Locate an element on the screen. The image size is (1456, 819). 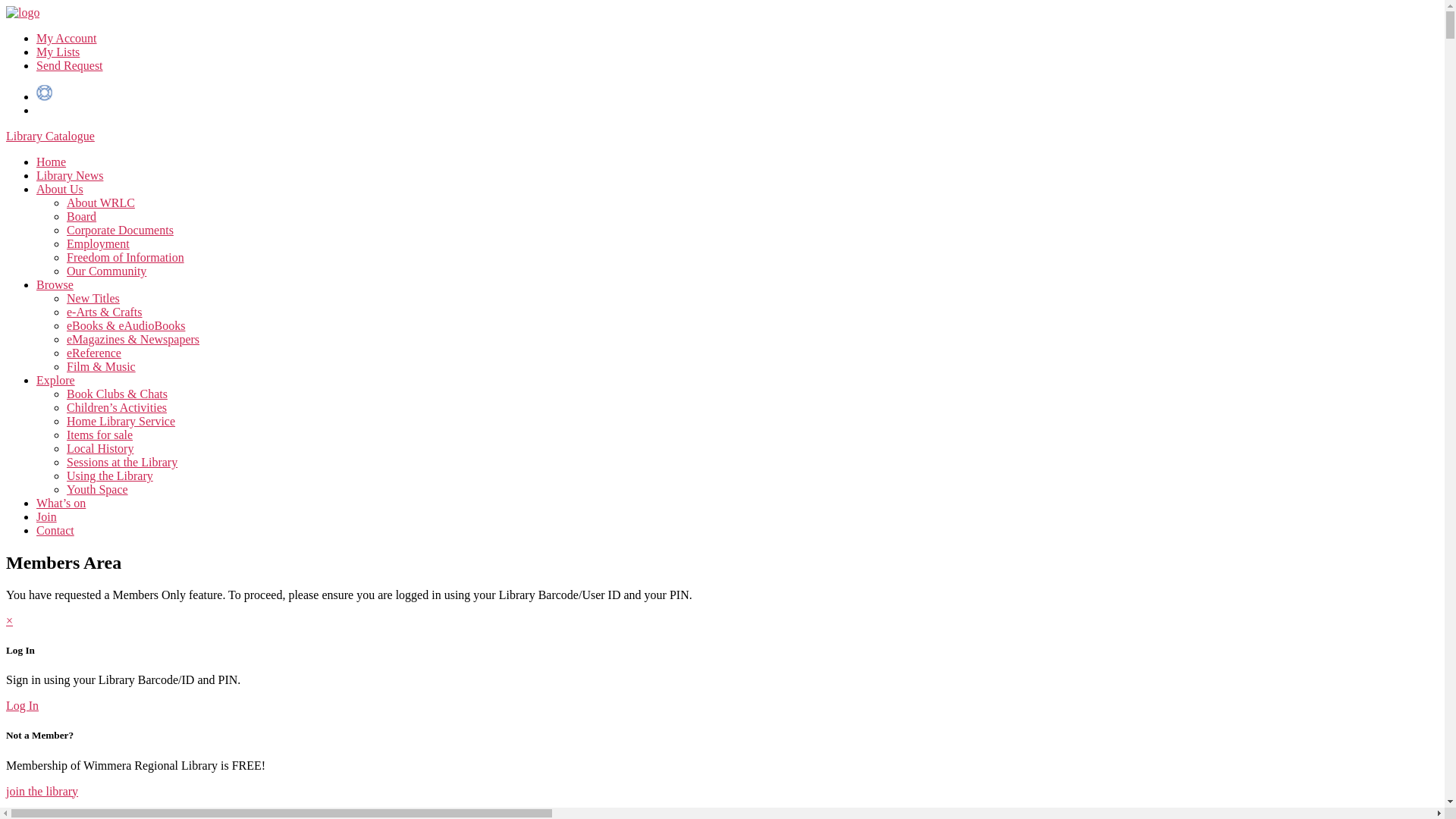
'Library News' is located at coordinates (68, 174).